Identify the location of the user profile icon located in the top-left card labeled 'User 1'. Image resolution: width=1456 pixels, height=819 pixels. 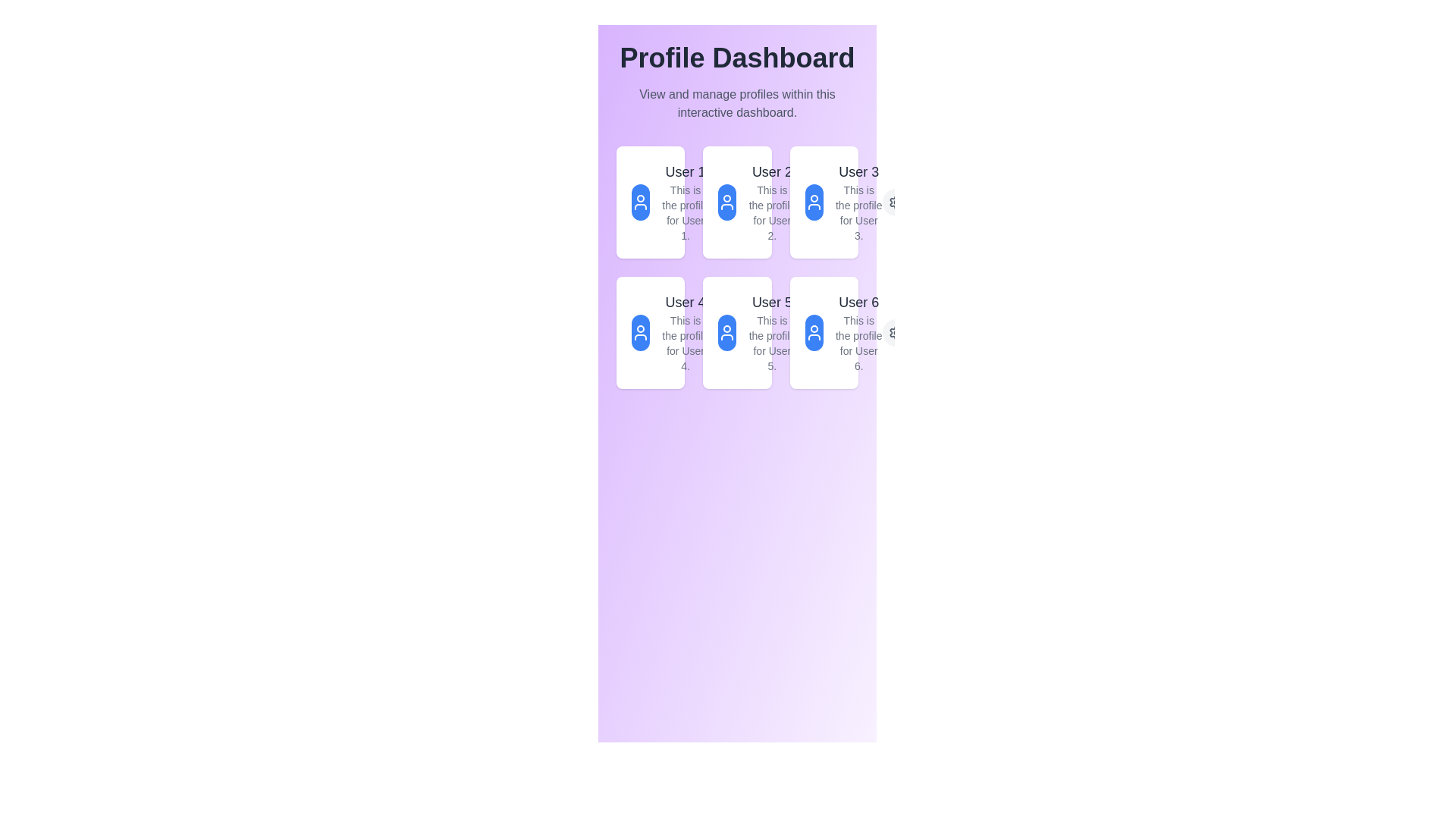
(651, 201).